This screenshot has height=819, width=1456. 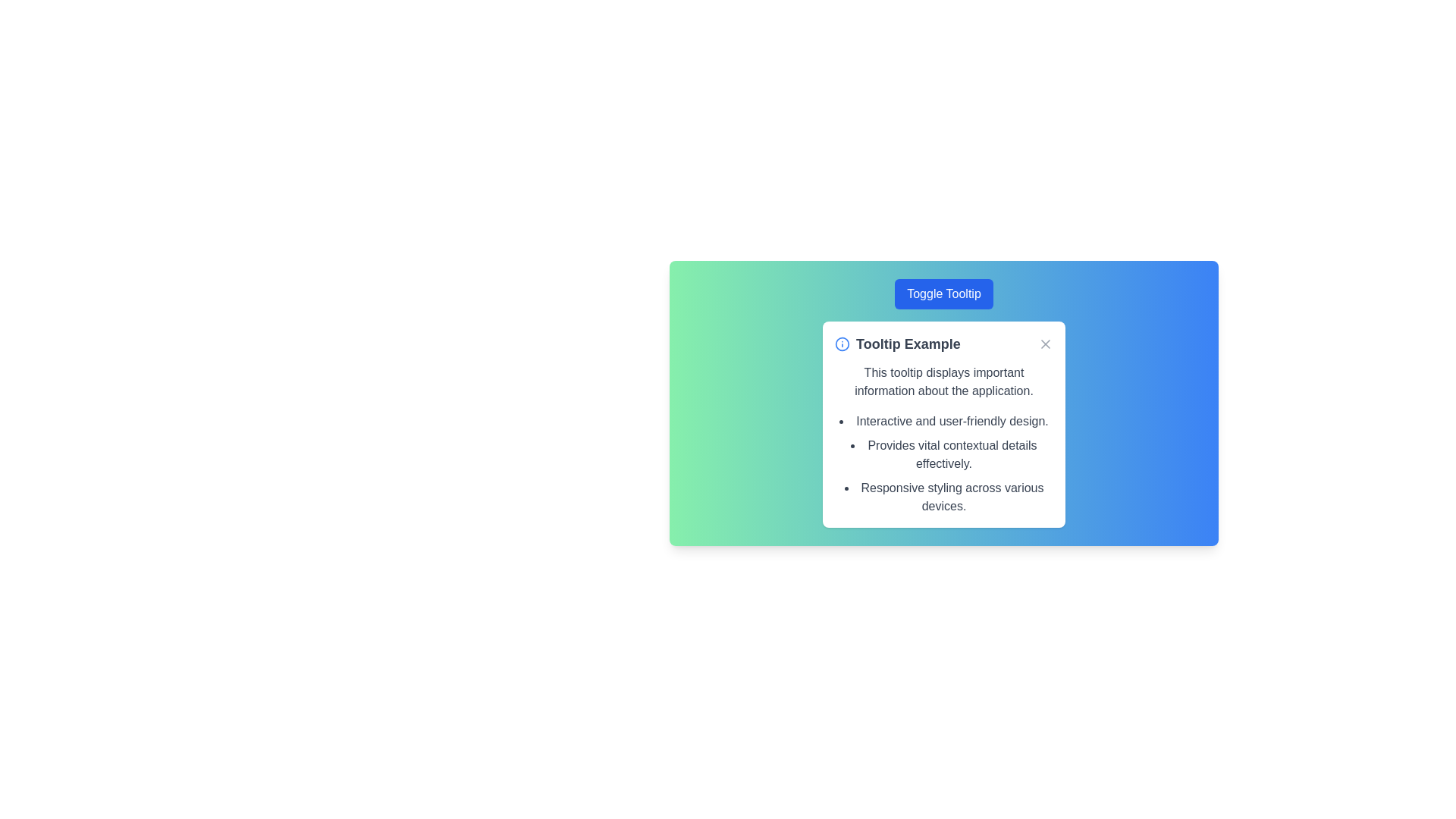 I want to click on the blue button labeled 'Toggle Tooltip', so click(x=943, y=294).